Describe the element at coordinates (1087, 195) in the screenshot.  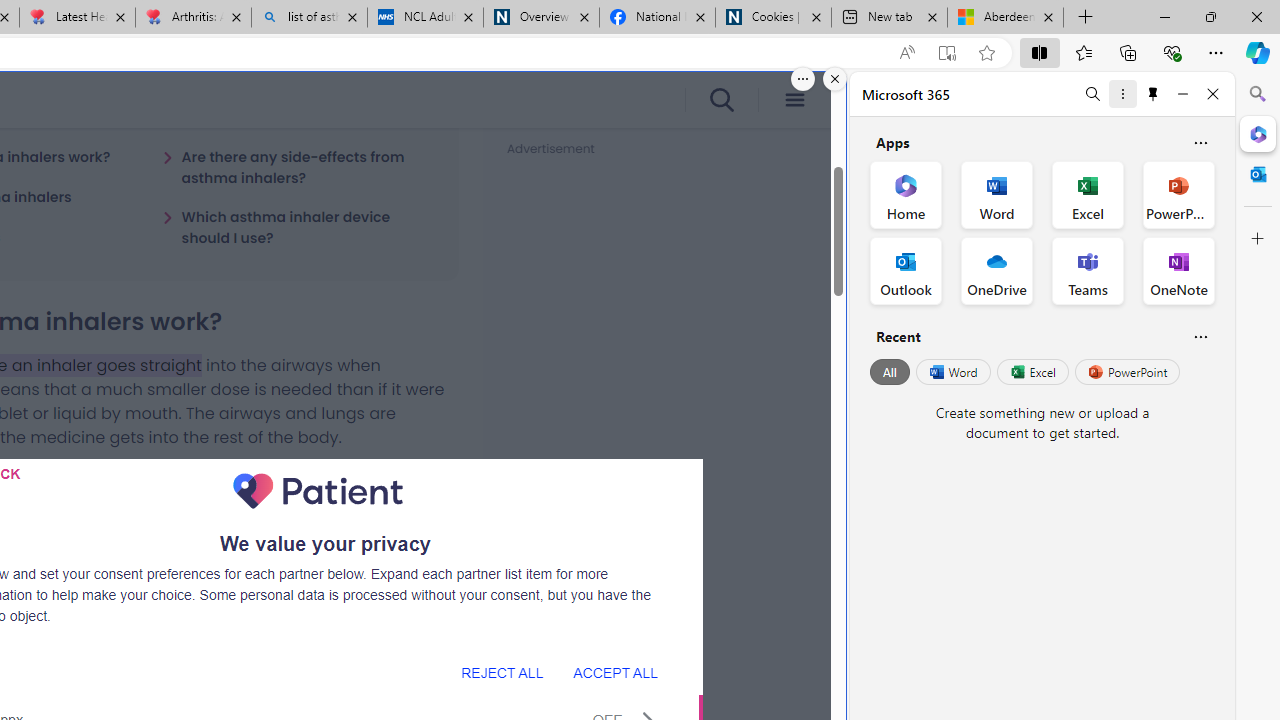
I see `'Excel Office App'` at that location.